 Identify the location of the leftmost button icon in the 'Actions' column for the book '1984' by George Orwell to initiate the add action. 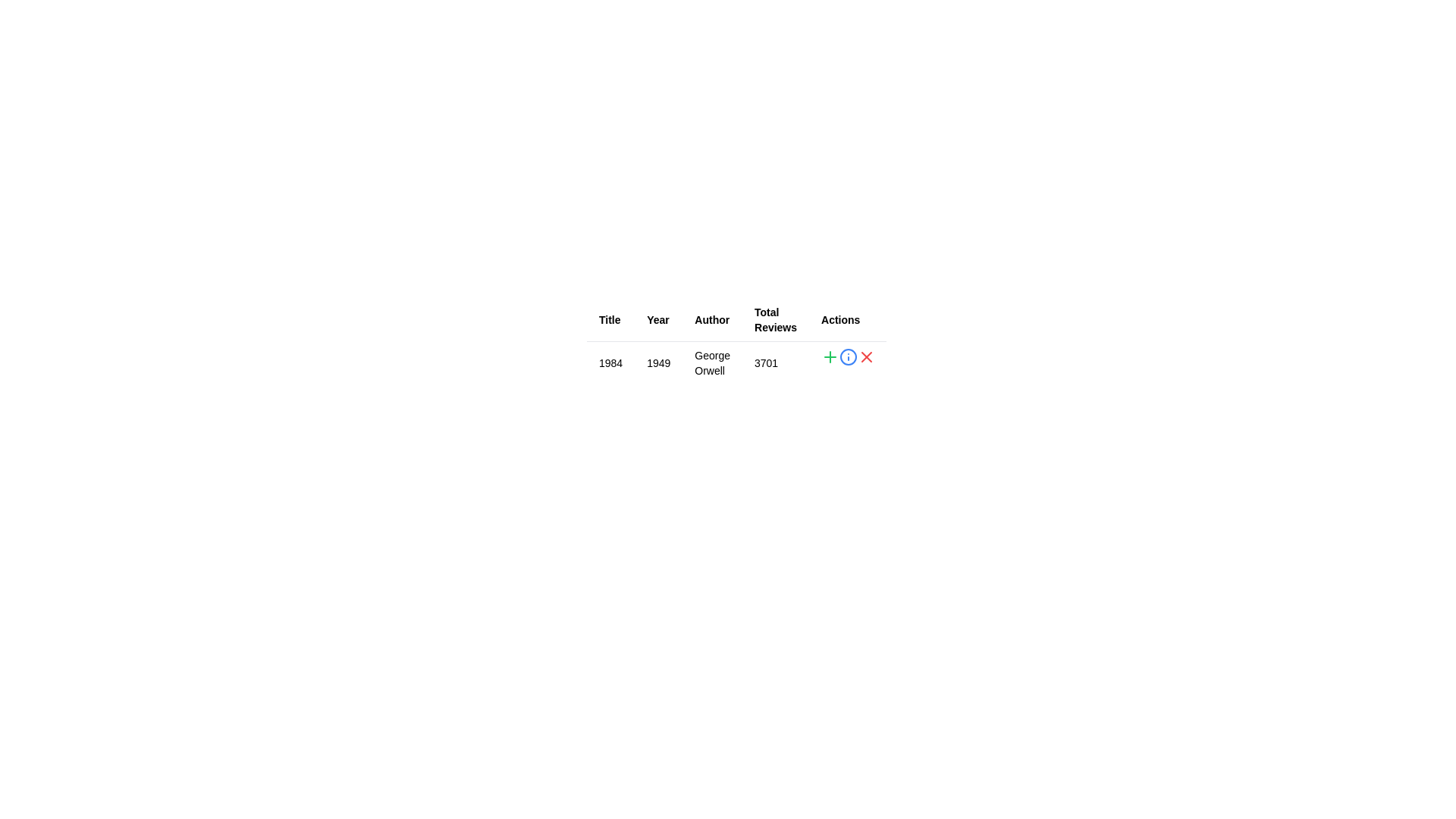
(829, 356).